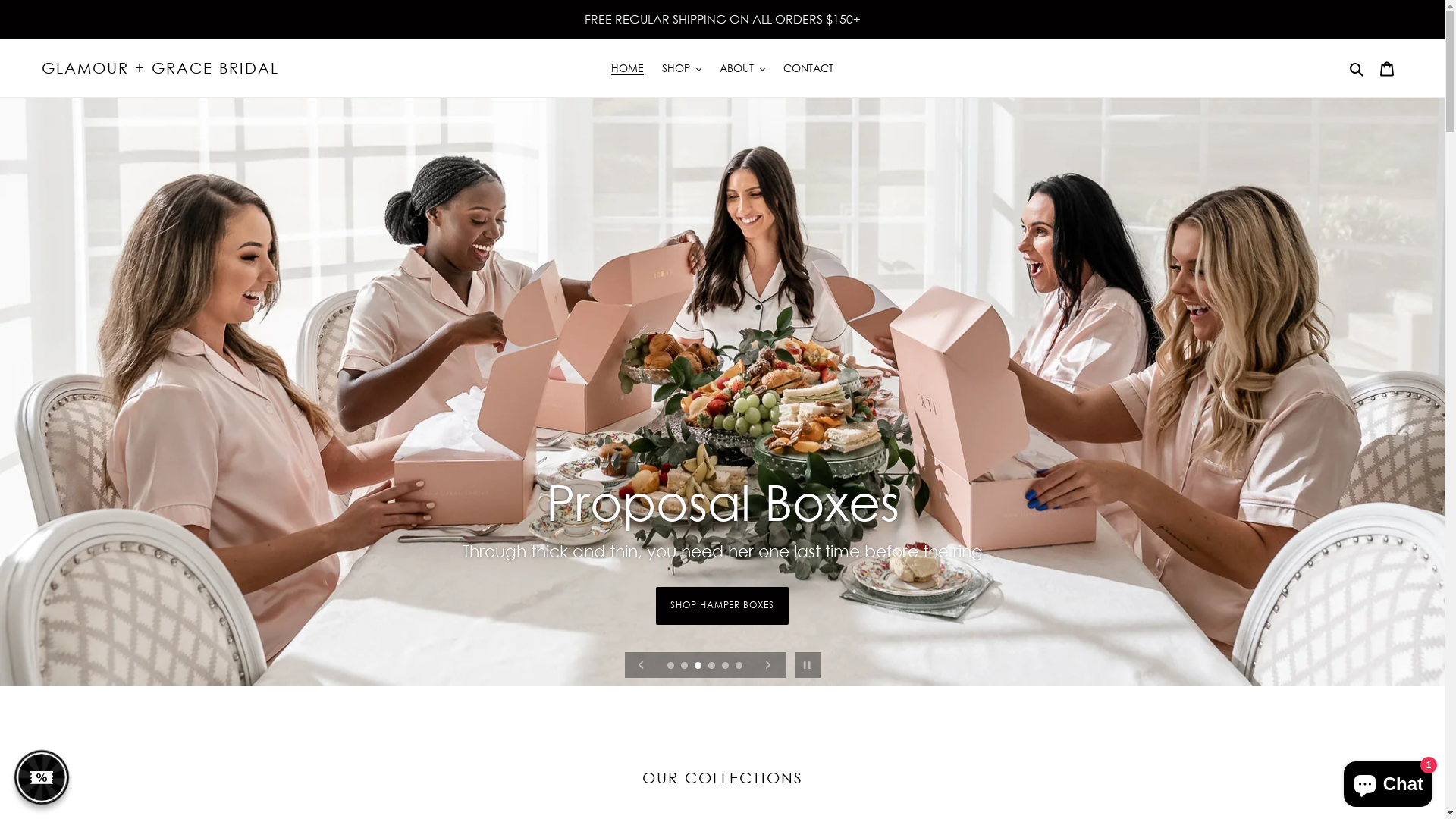 The image size is (1456, 819). What do you see at coordinates (742, 67) in the screenshot?
I see `'ABOUT'` at bounding box center [742, 67].